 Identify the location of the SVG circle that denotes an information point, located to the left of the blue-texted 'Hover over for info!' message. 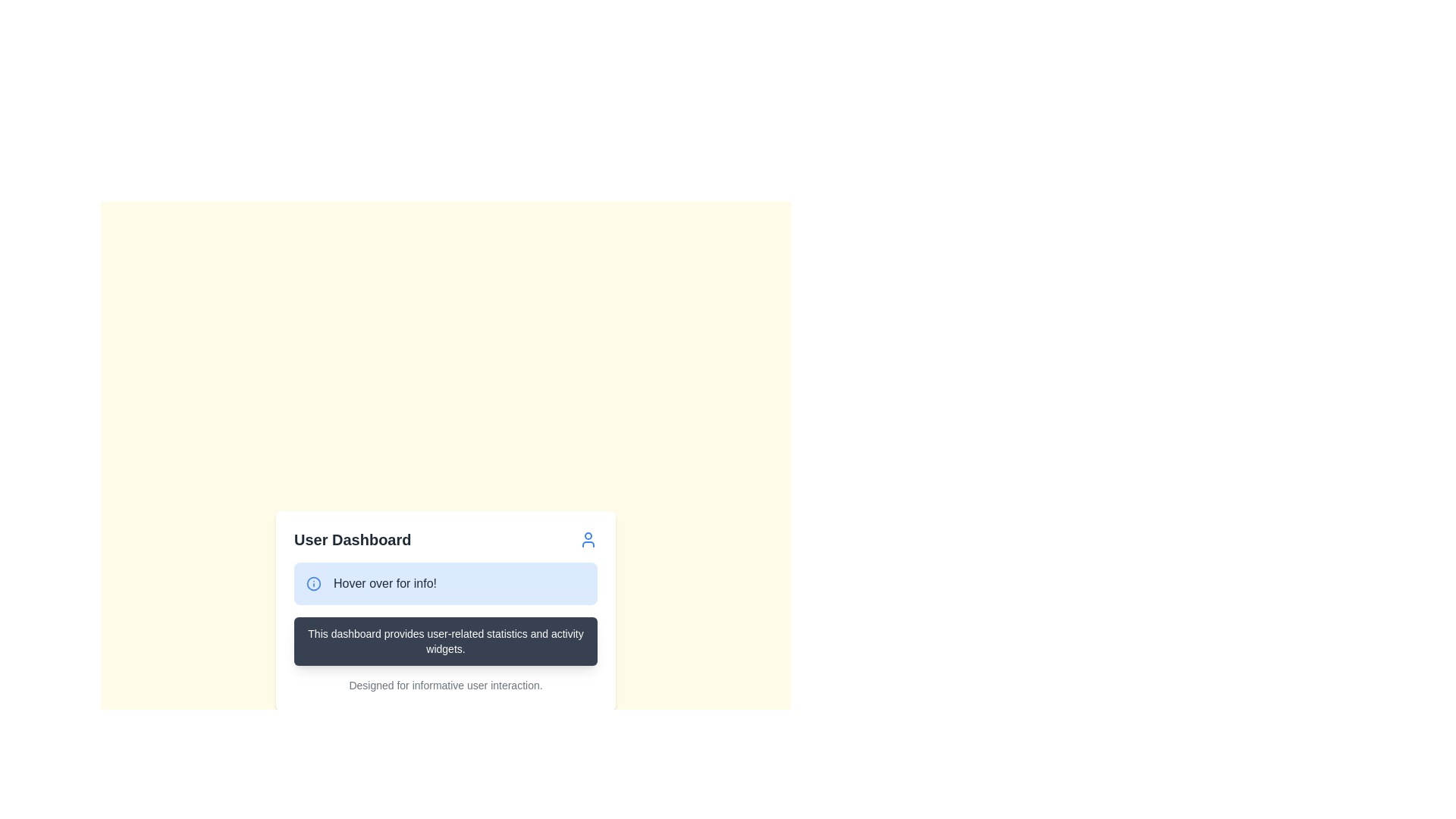
(312, 583).